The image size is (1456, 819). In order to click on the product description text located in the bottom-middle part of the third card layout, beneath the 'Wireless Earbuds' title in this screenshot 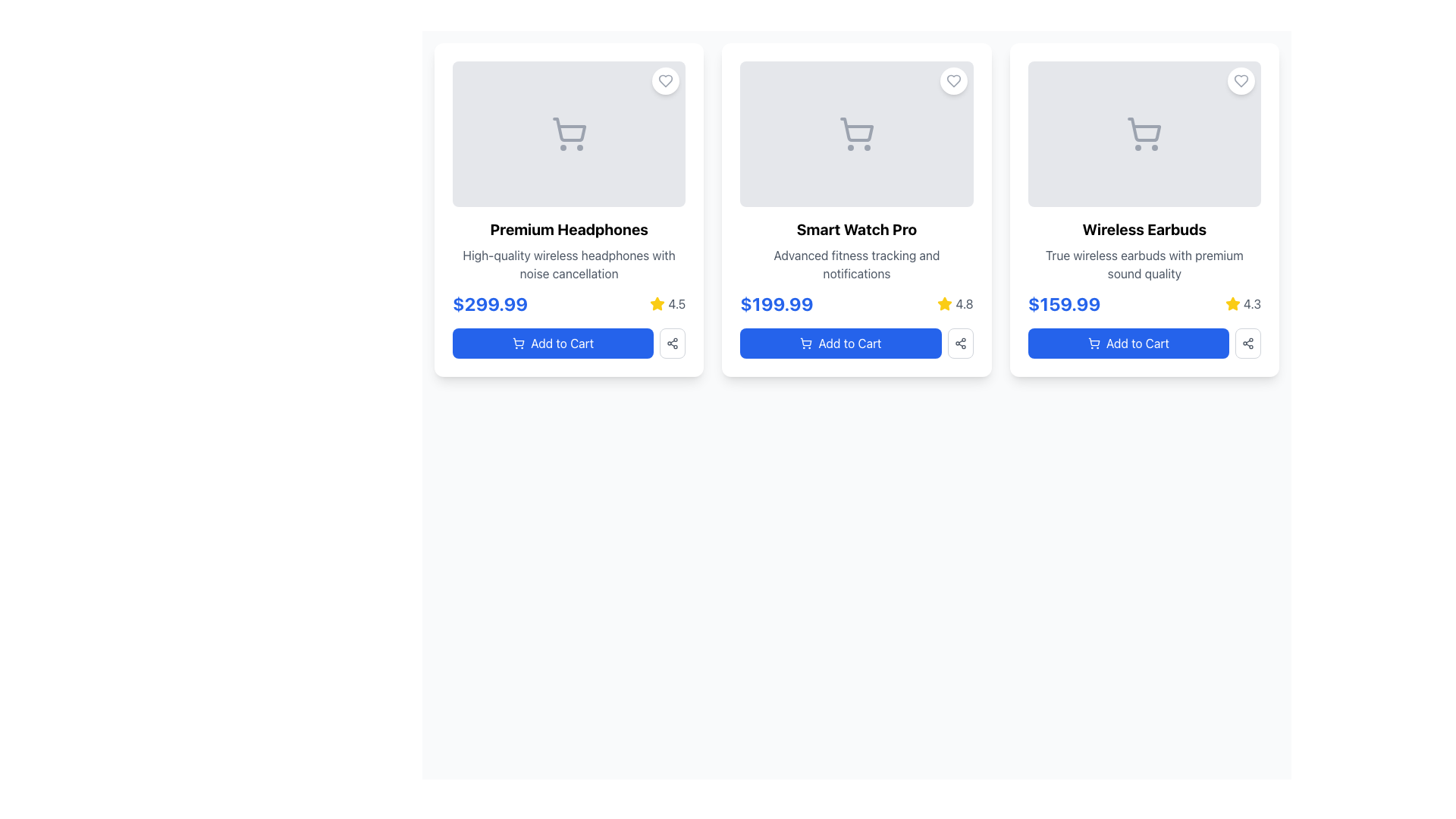, I will do `click(1144, 263)`.